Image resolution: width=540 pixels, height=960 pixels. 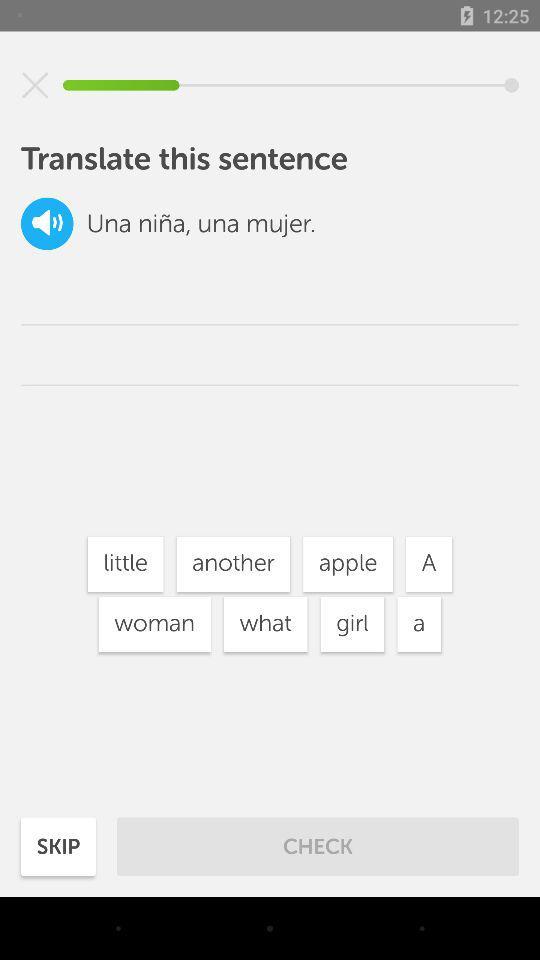 What do you see at coordinates (125, 564) in the screenshot?
I see `the little icon` at bounding box center [125, 564].